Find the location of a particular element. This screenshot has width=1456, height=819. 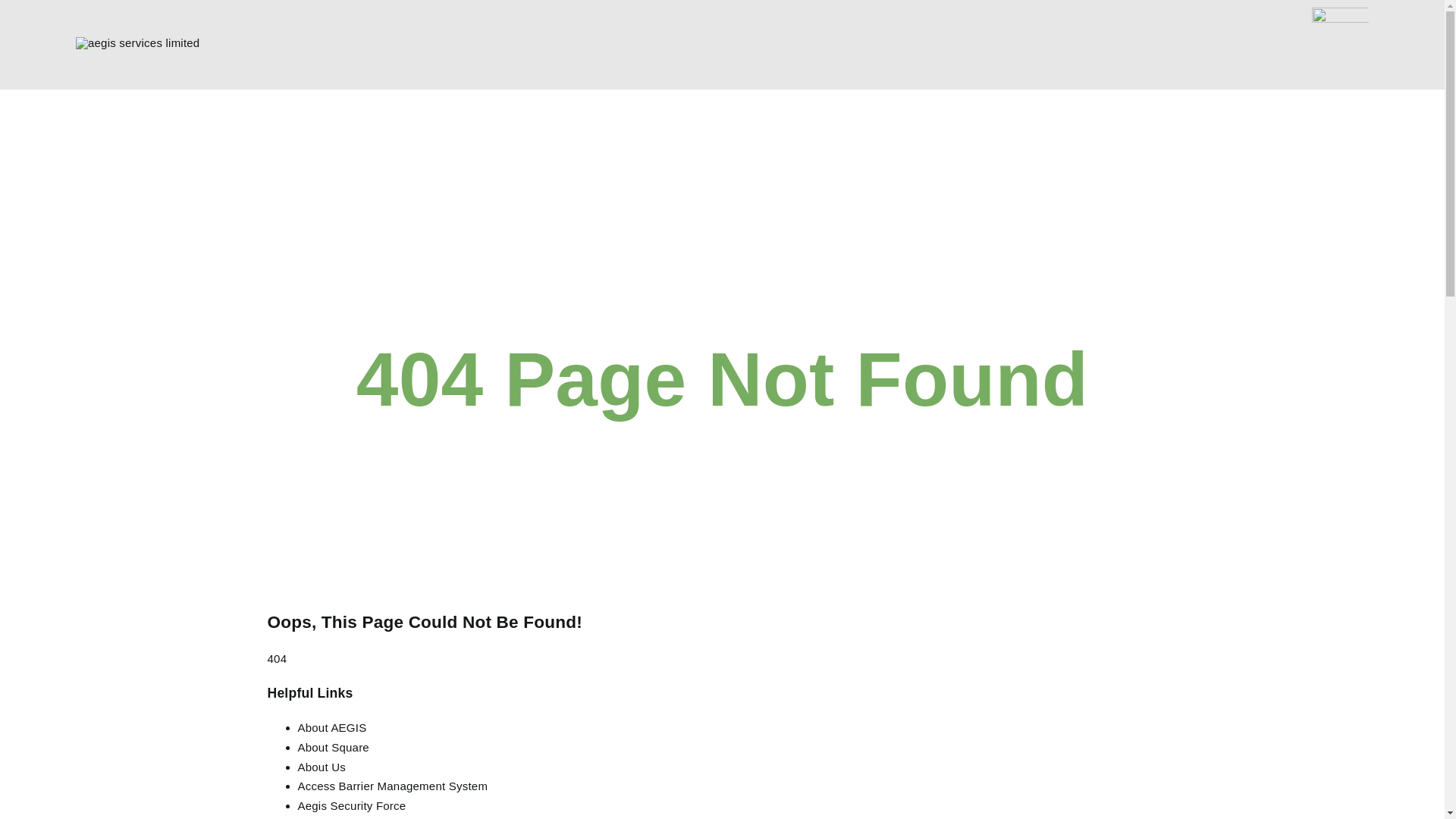

'Aegis Security Force' is located at coordinates (350, 805).